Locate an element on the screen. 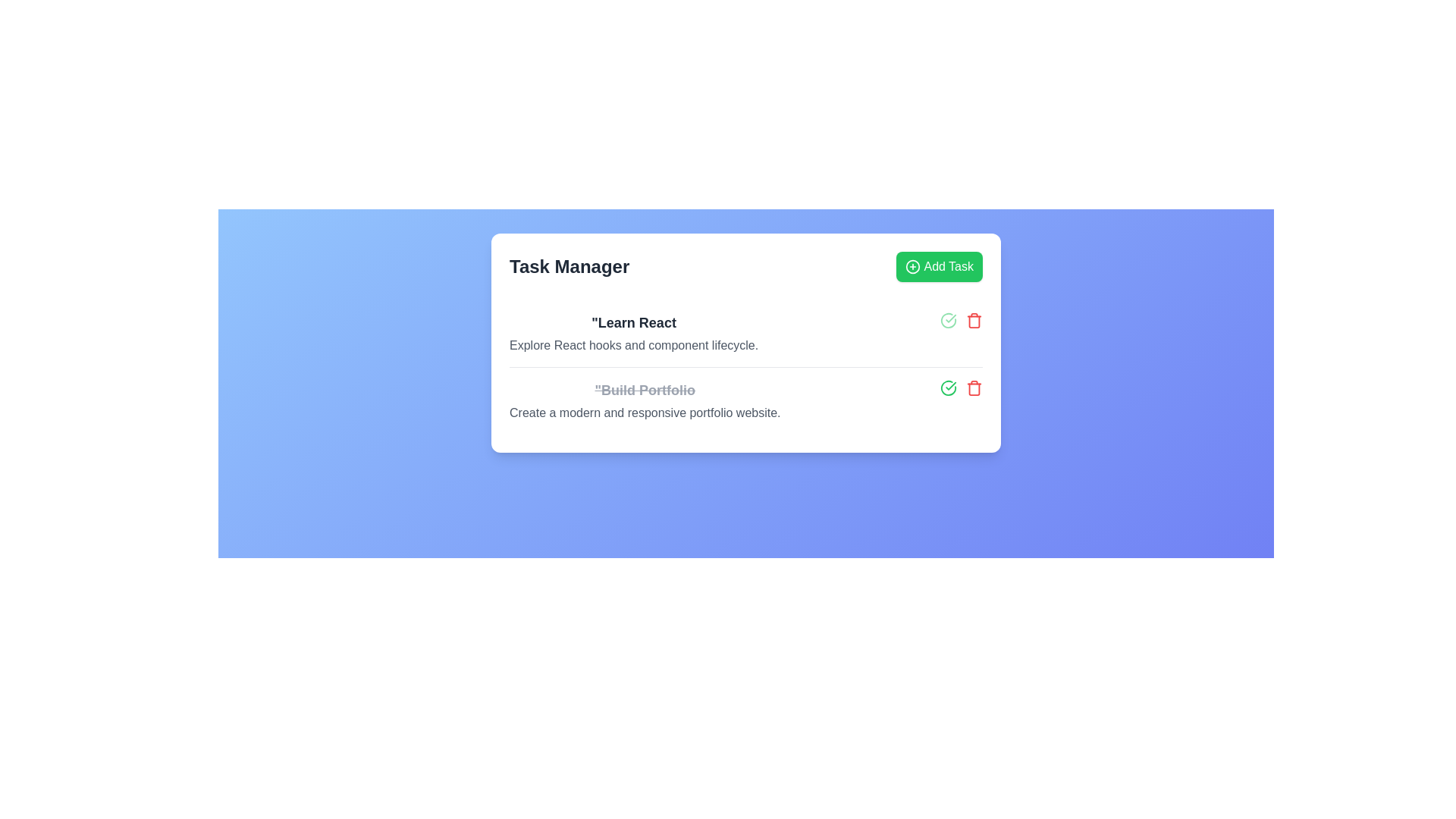  the text label styled with a strikethrough effect on 'Build Portfolio' in the 'Task Manager' card is located at coordinates (645, 390).